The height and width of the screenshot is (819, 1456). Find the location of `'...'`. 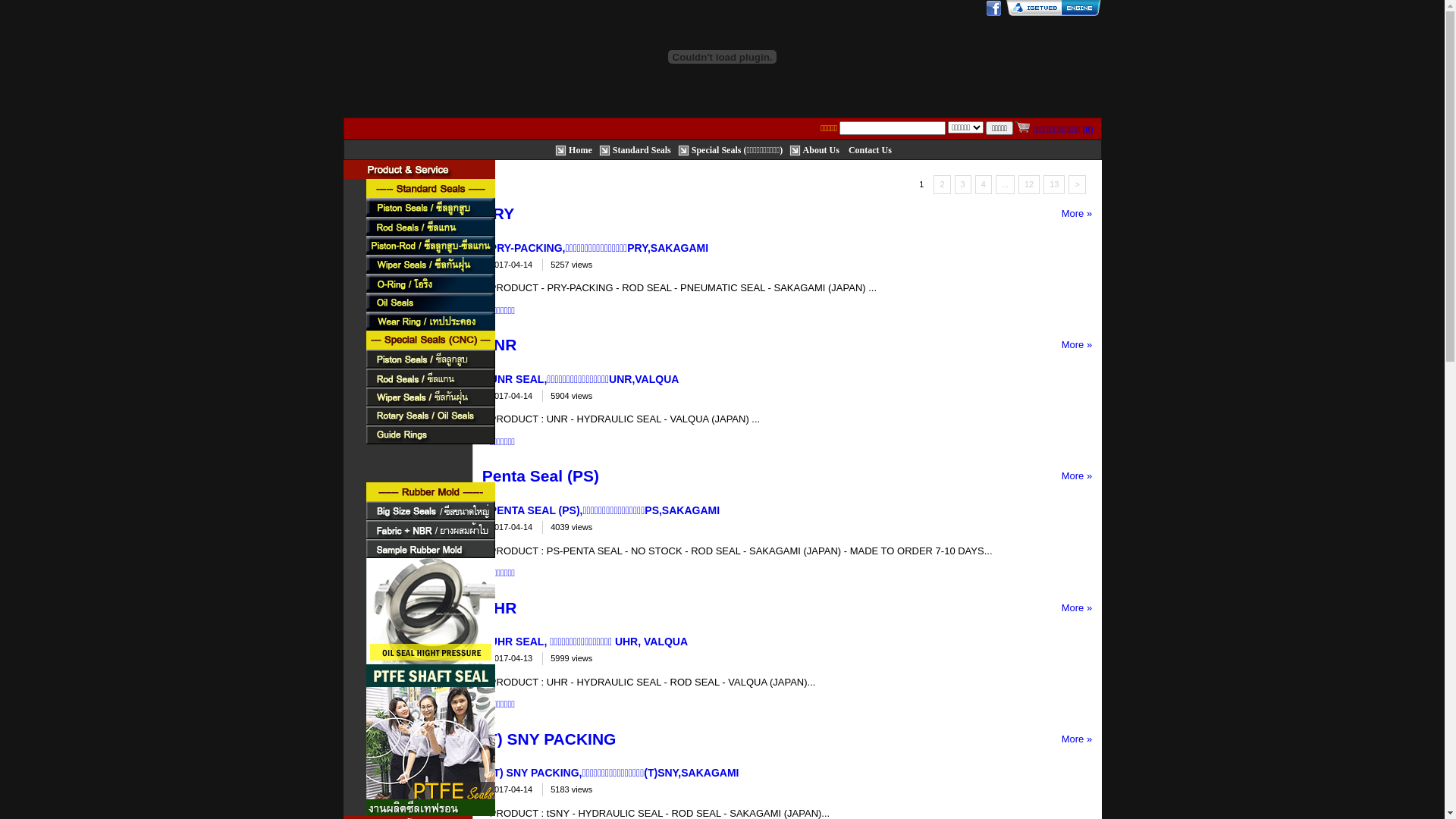

'...' is located at coordinates (1005, 184).